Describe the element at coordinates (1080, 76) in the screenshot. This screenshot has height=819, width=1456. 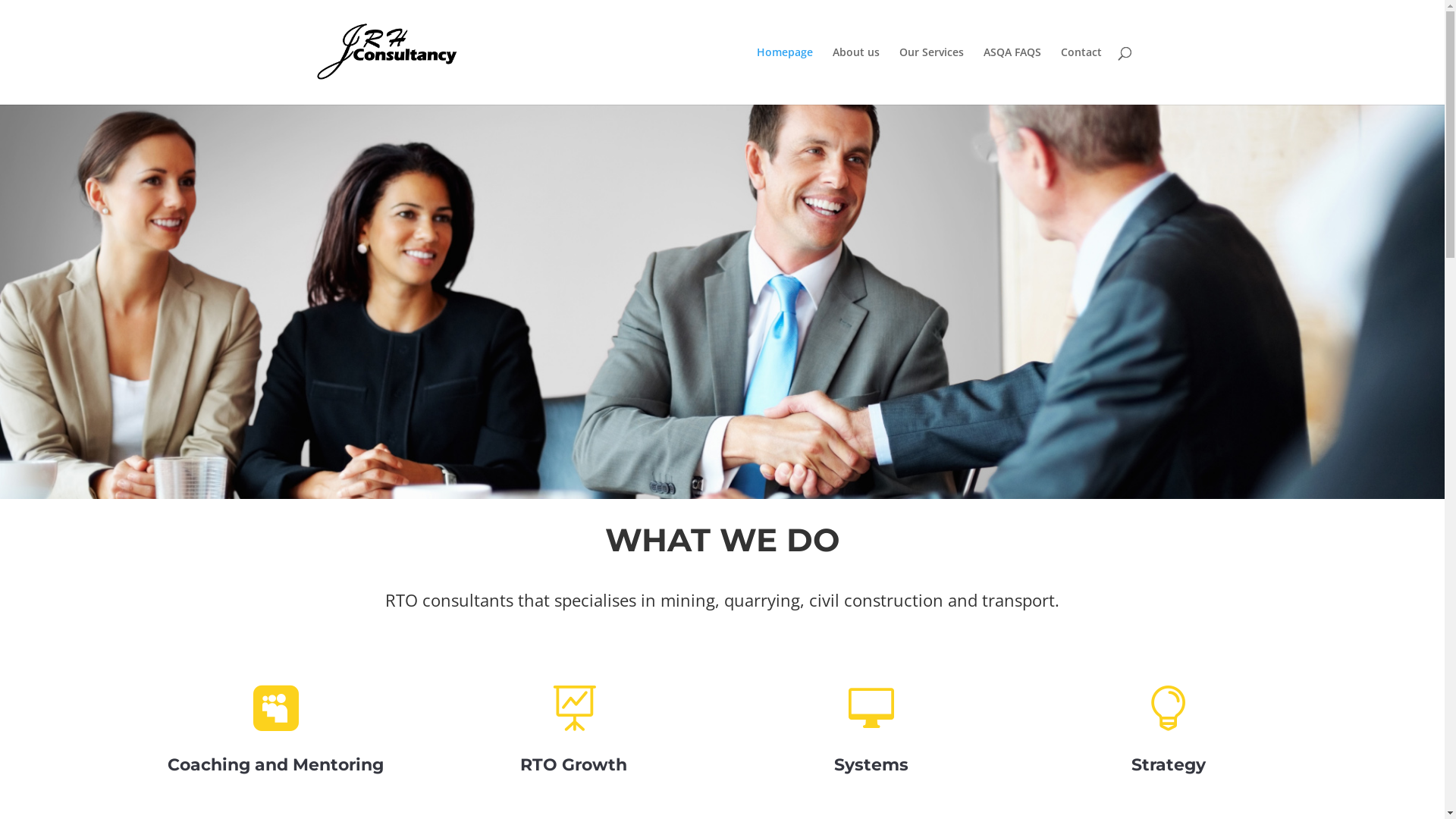
I see `'Contact'` at that location.